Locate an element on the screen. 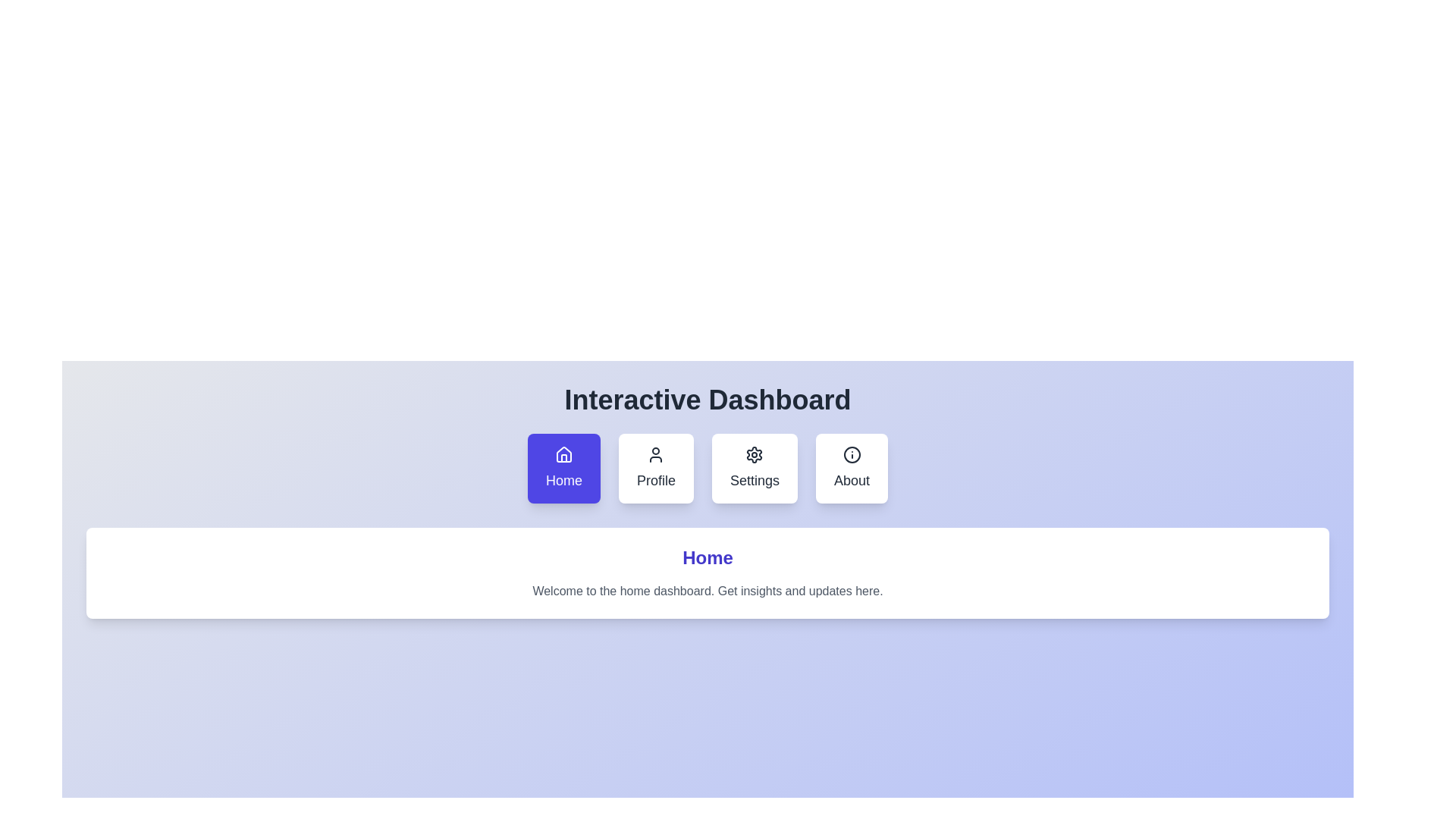 This screenshot has width=1456, height=819. the profile icon, which is a minimalist circular representation of a user, located in the top-center of the 'Profile' button beneath the 'Interactive Dashboard' is located at coordinates (656, 454).